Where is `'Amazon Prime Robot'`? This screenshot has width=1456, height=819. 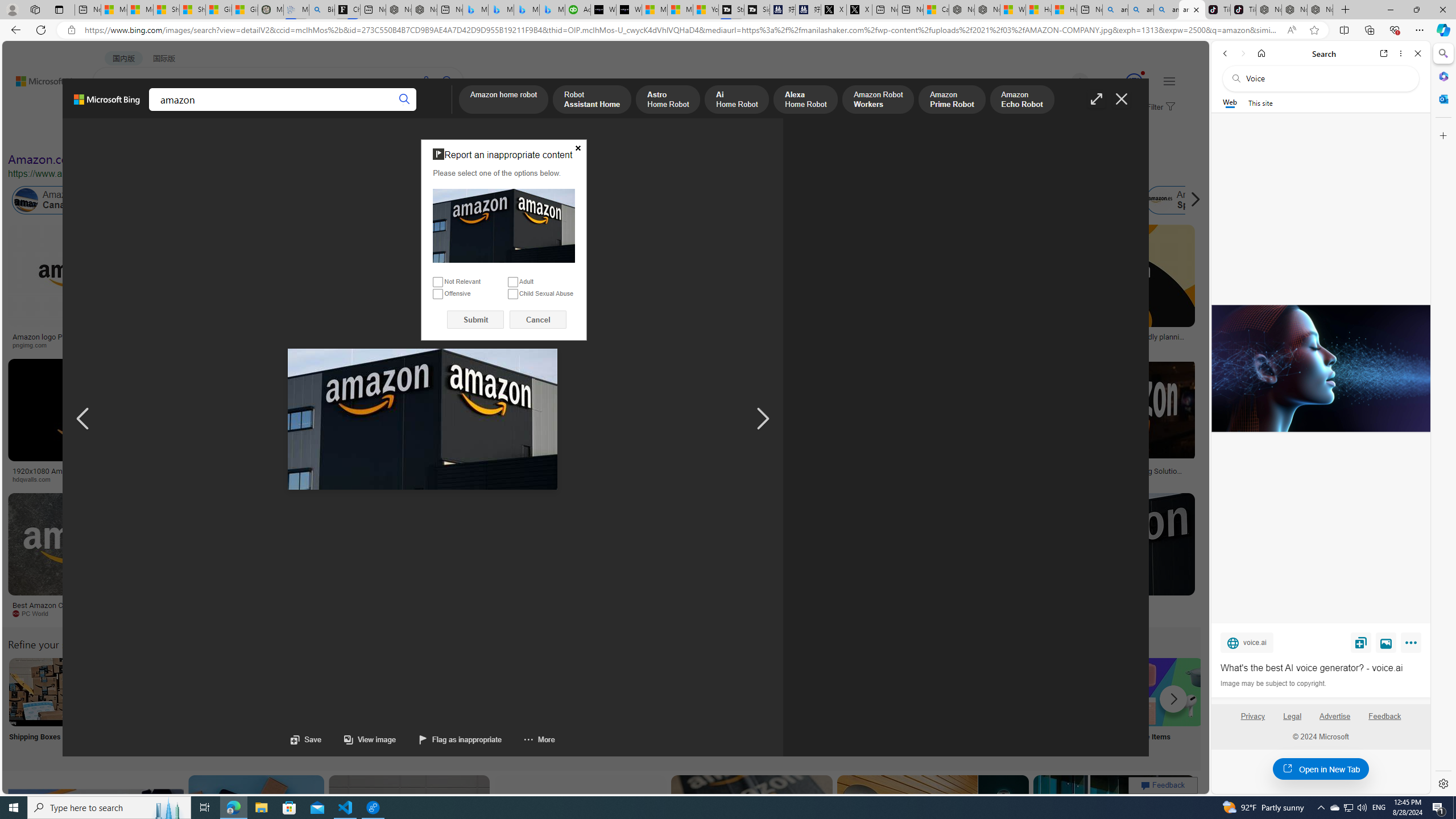 'Amazon Prime Robot' is located at coordinates (952, 100).